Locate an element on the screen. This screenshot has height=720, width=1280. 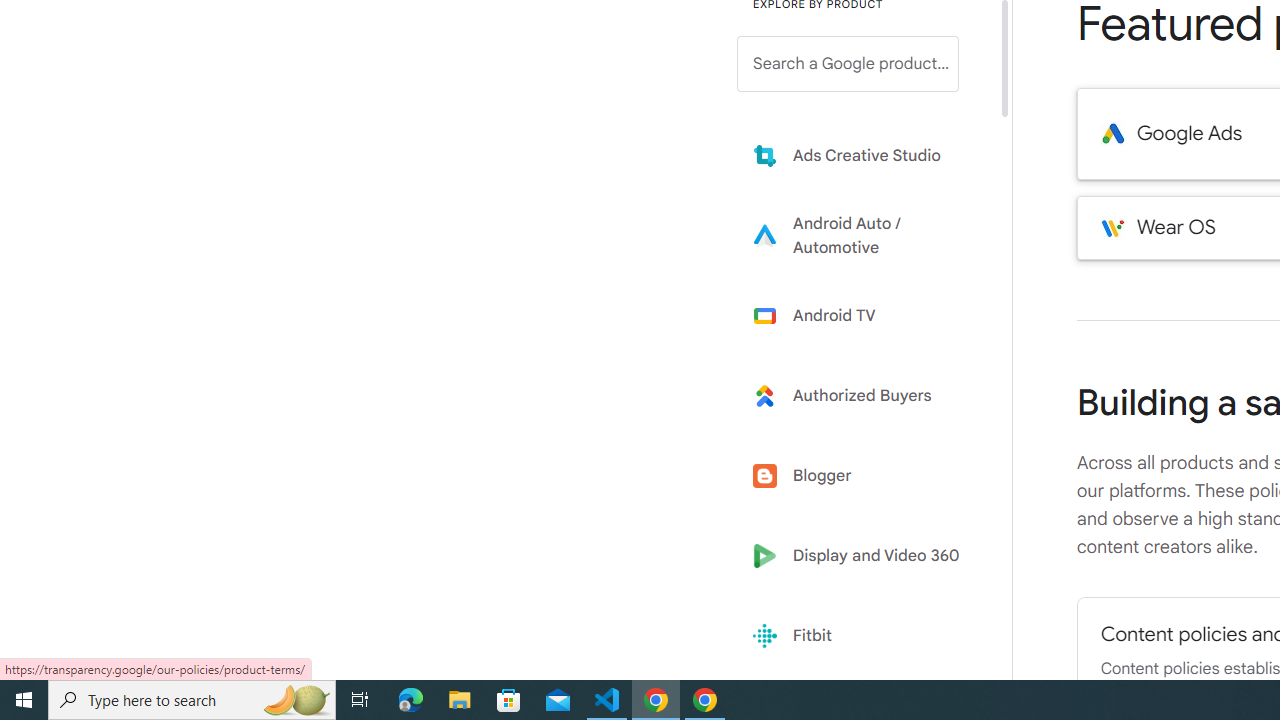
'Learn more about Ads Creative Studio' is located at coordinates (862, 154).